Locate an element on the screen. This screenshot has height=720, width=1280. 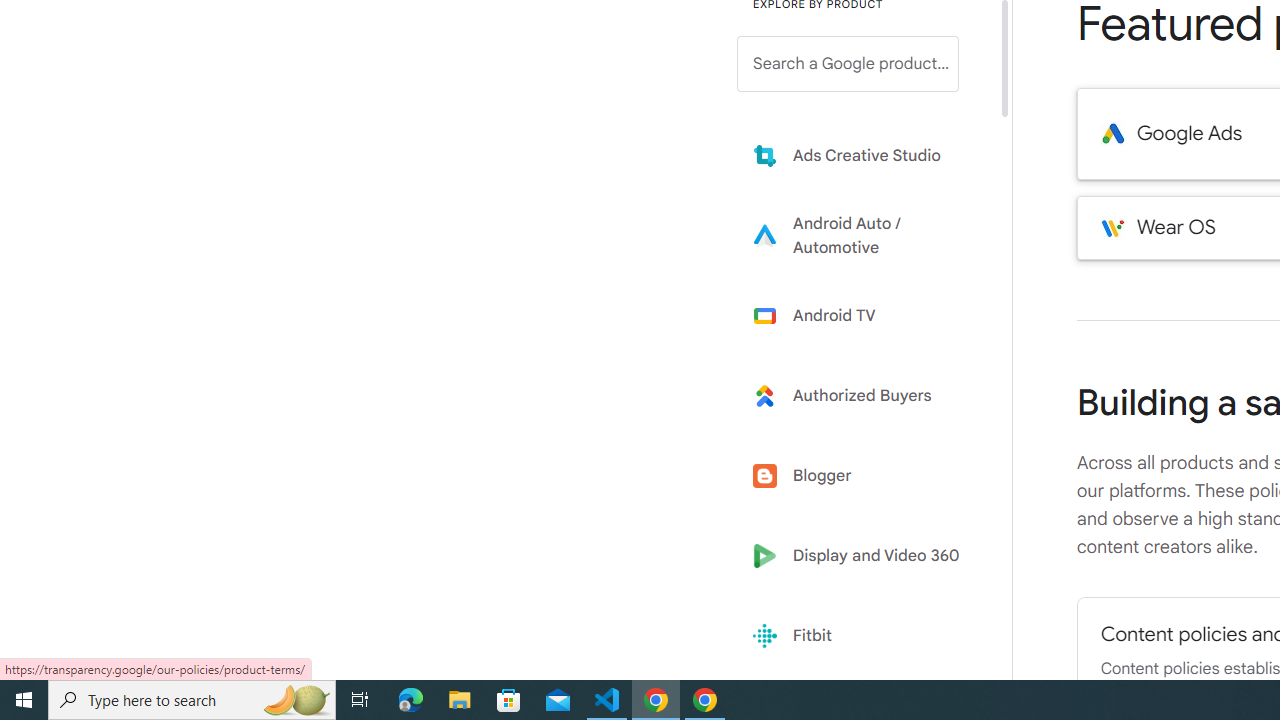
'Learn more about Ads Creative Studio' is located at coordinates (862, 154).